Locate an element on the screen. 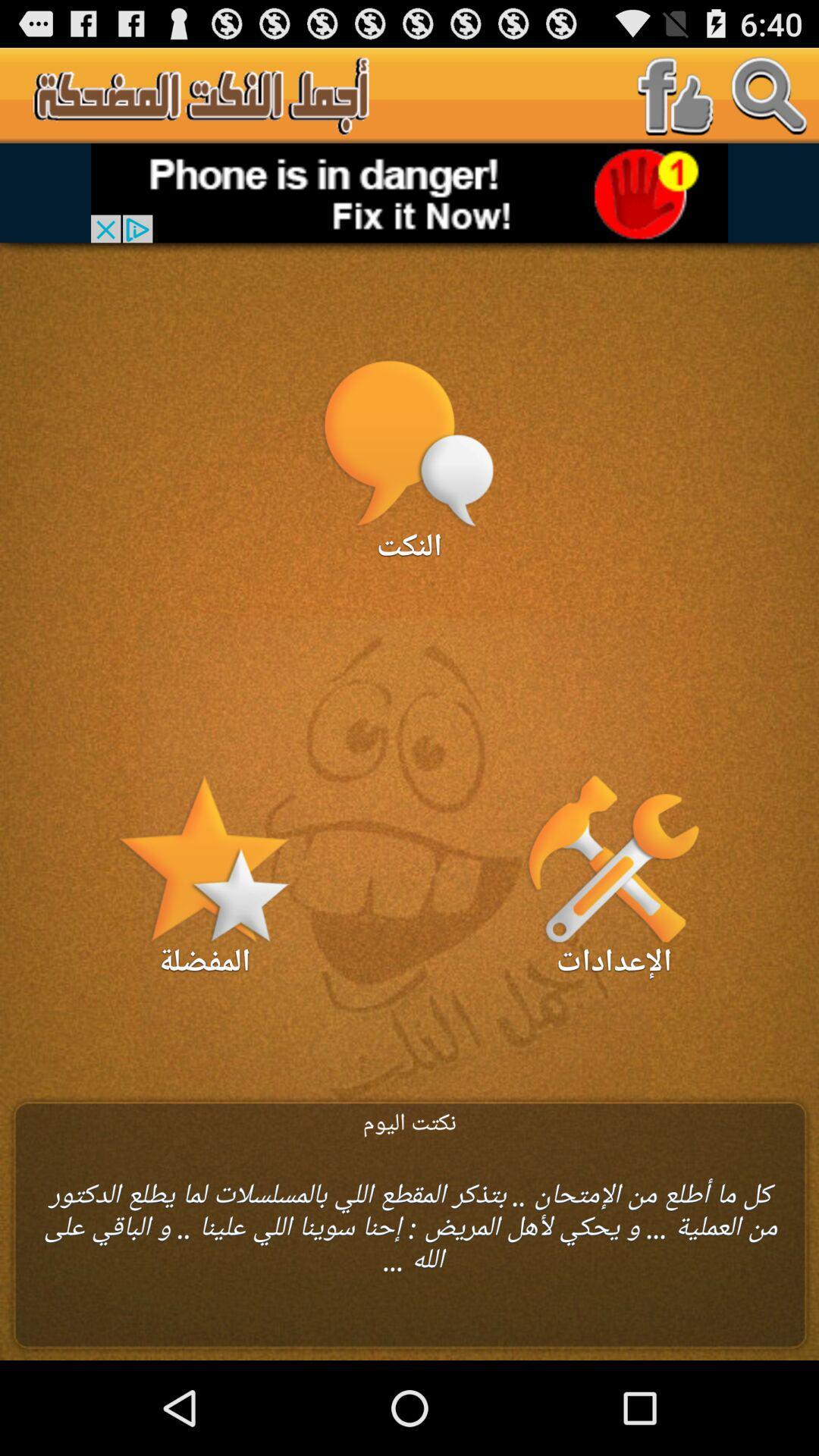  the facebook icon is located at coordinates (674, 101).